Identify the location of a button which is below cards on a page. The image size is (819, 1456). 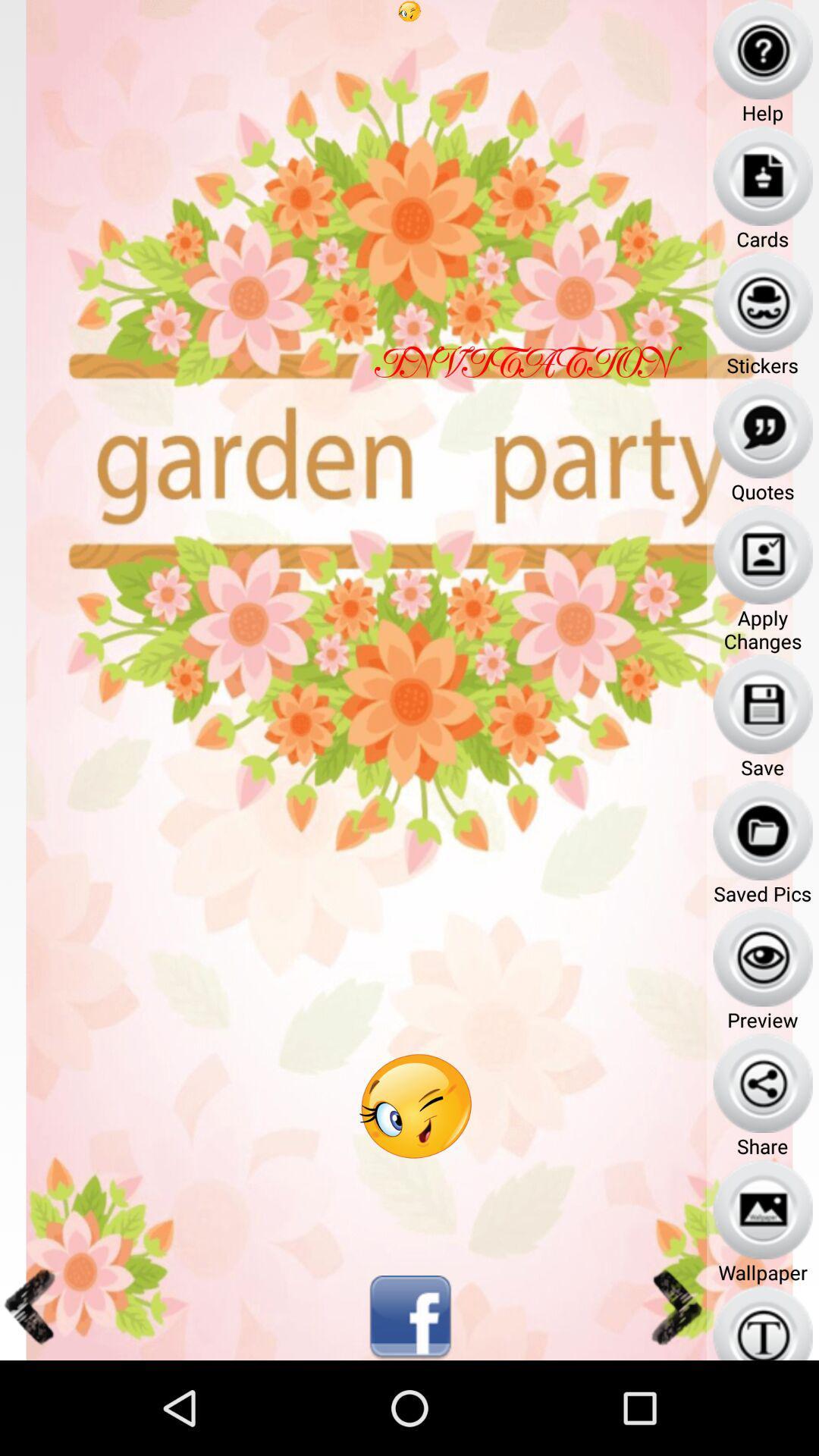
(763, 302).